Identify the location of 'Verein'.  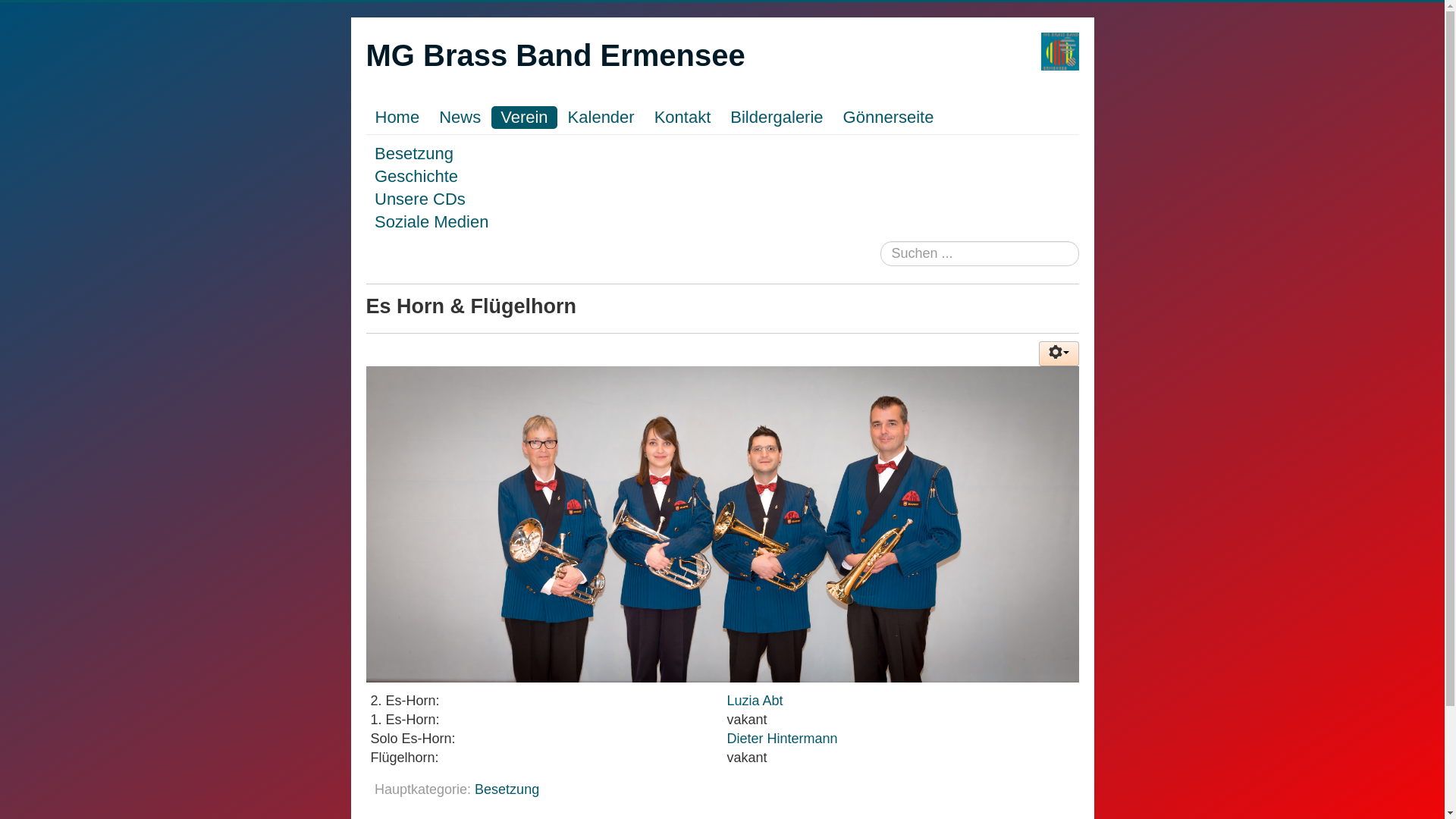
(524, 116).